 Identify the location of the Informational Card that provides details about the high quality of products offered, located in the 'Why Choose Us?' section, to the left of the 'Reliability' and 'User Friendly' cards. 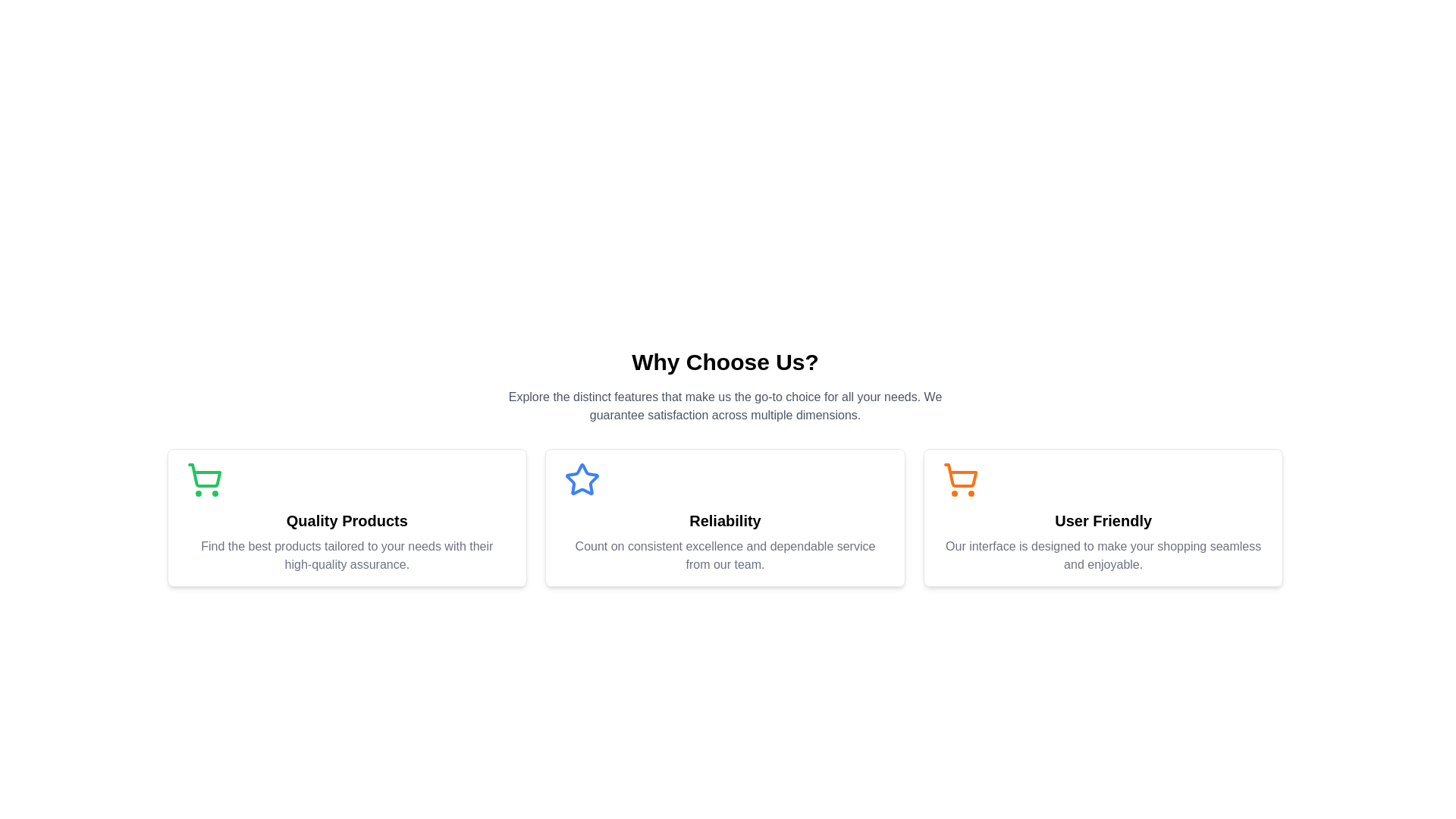
(346, 516).